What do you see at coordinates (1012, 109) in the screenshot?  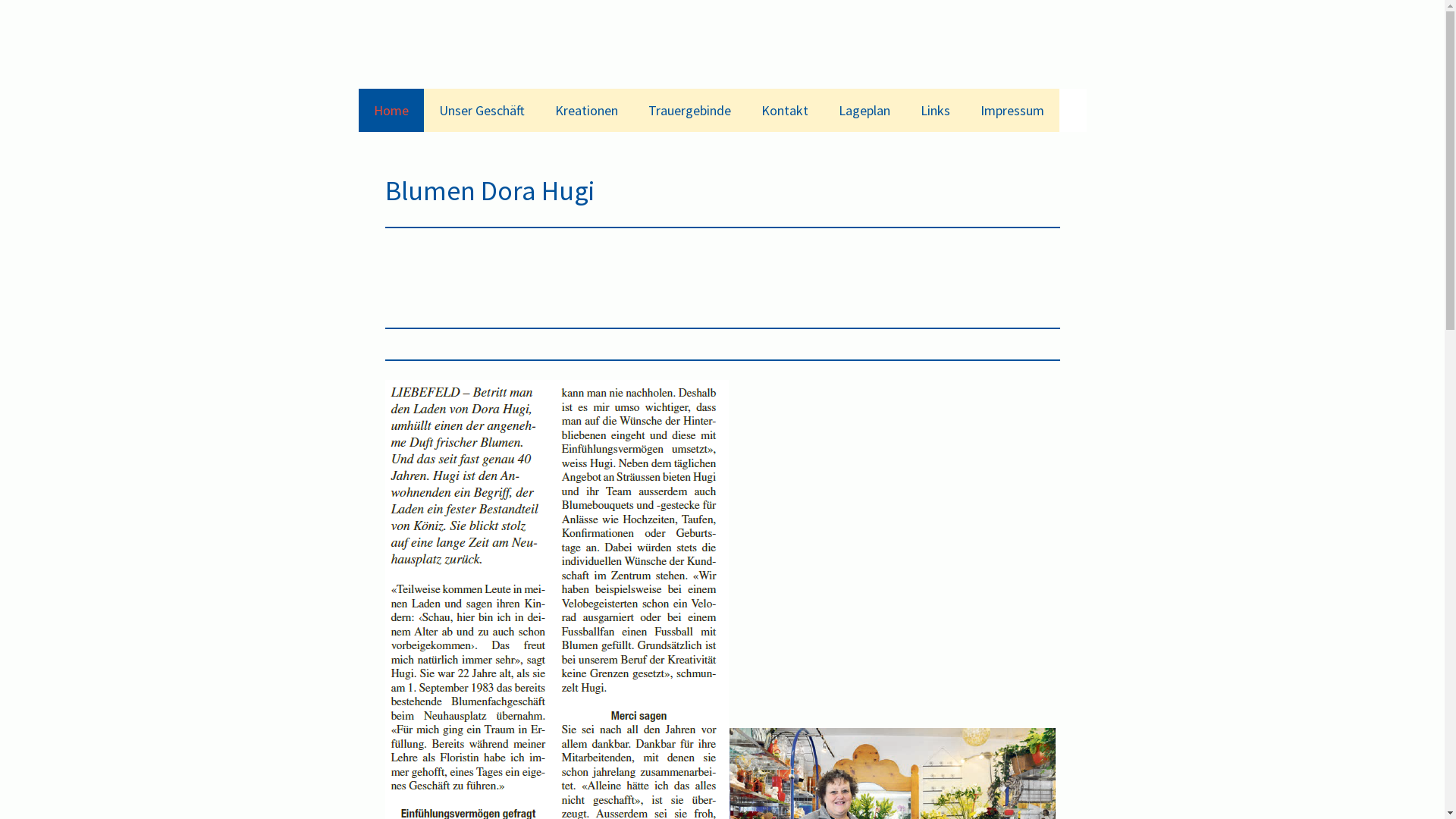 I see `'Impressum'` at bounding box center [1012, 109].